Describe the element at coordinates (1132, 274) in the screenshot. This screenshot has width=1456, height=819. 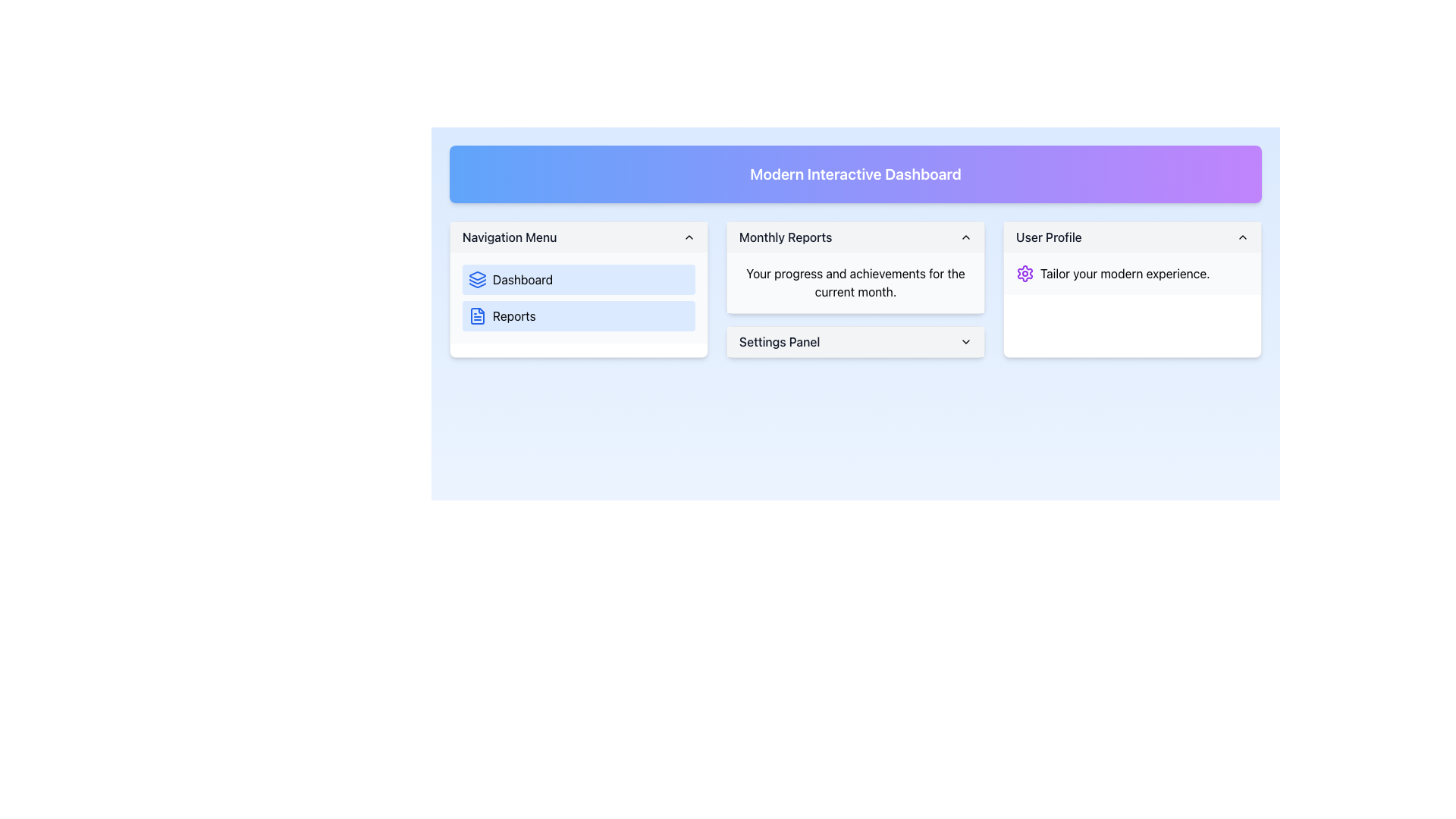
I see `the content box displaying 'Tailor your modern experience.' in the User Profile card located in the top-right section of the interface` at that location.